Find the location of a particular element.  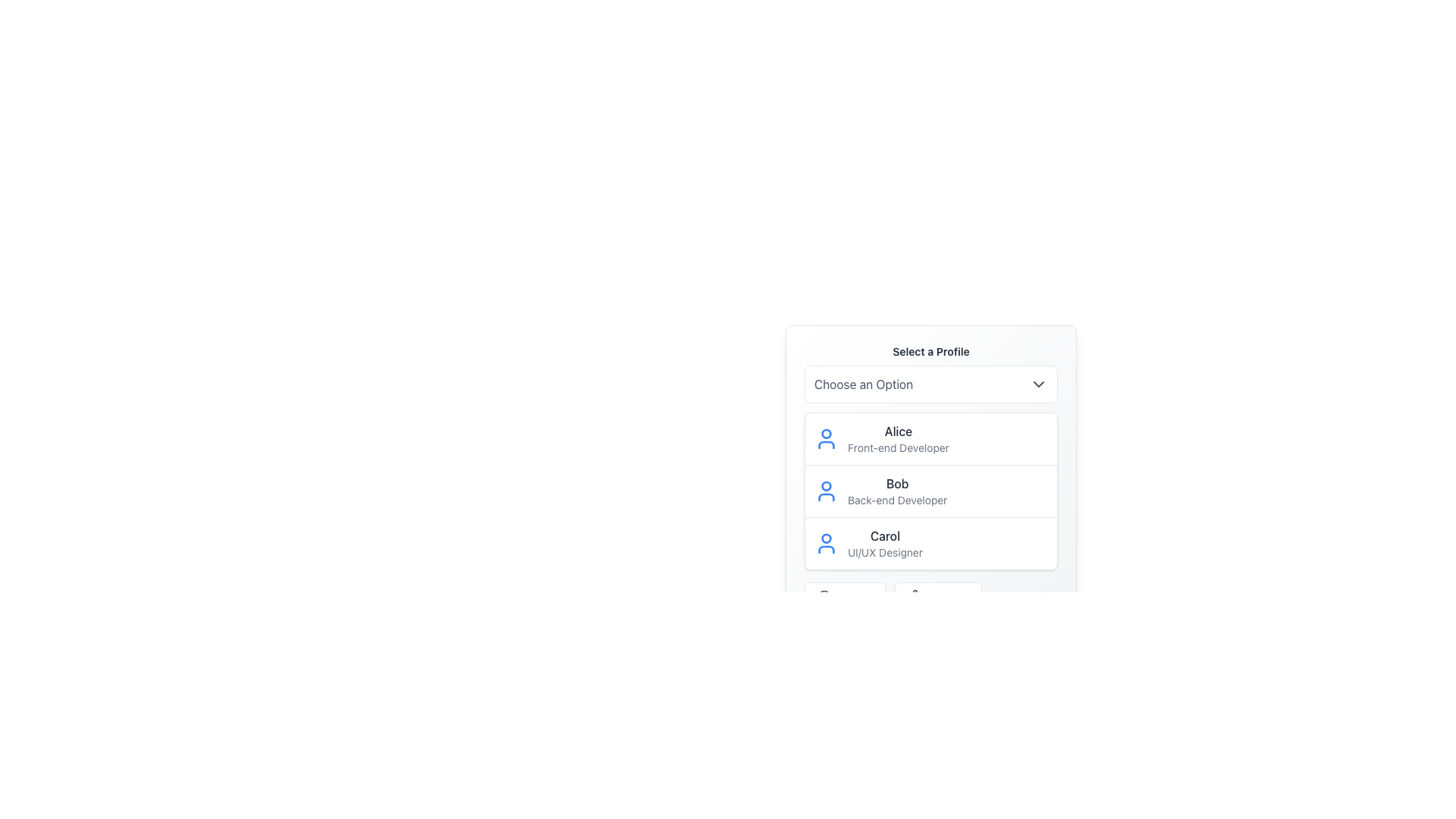

the text label displaying 'Front-end Developer' located below the name 'Alice' in the profile selection list is located at coordinates (899, 447).